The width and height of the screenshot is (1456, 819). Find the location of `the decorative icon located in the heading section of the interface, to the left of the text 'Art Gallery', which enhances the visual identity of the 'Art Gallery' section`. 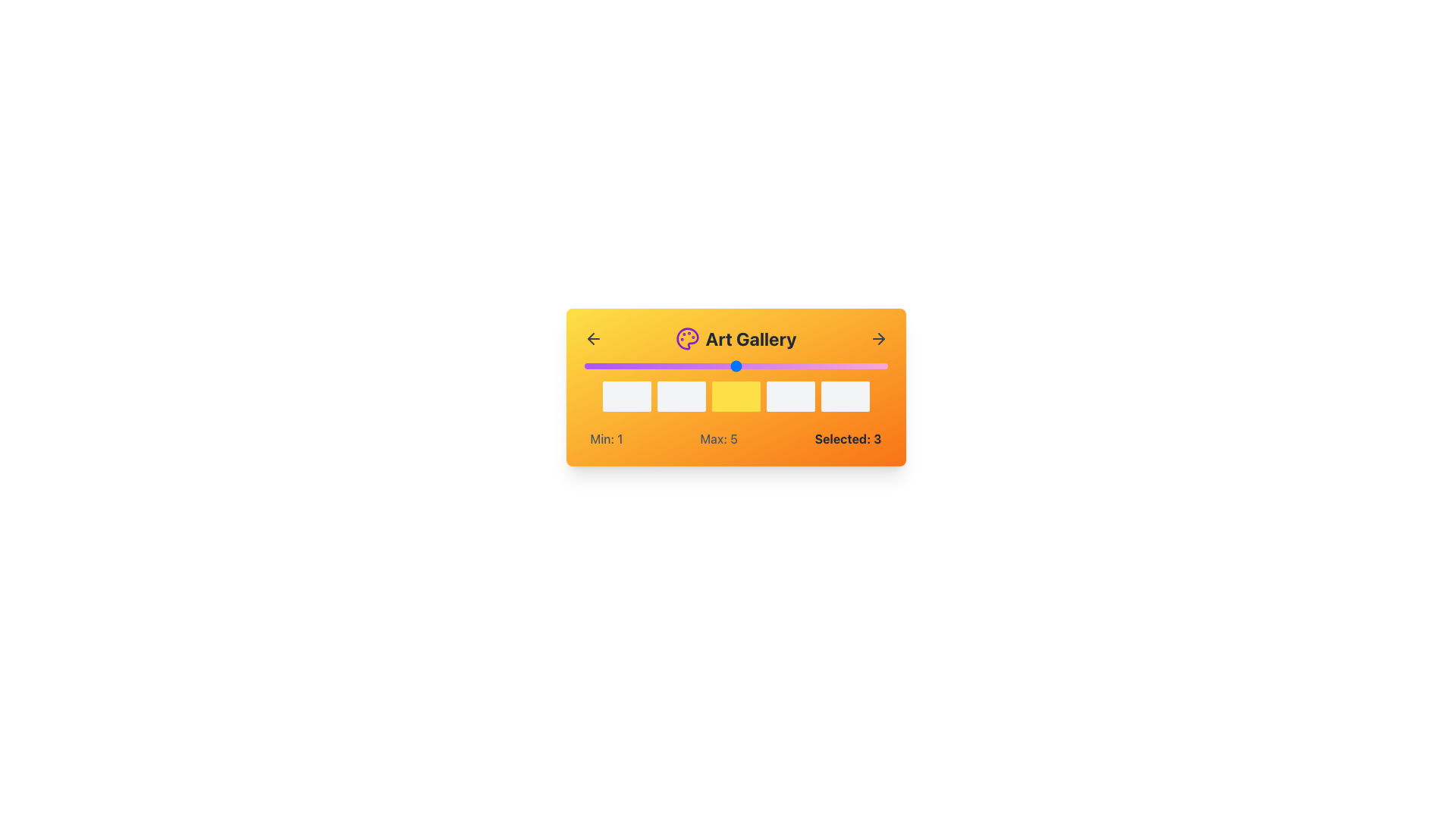

the decorative icon located in the heading section of the interface, to the left of the text 'Art Gallery', which enhances the visual identity of the 'Art Gallery' section is located at coordinates (686, 338).